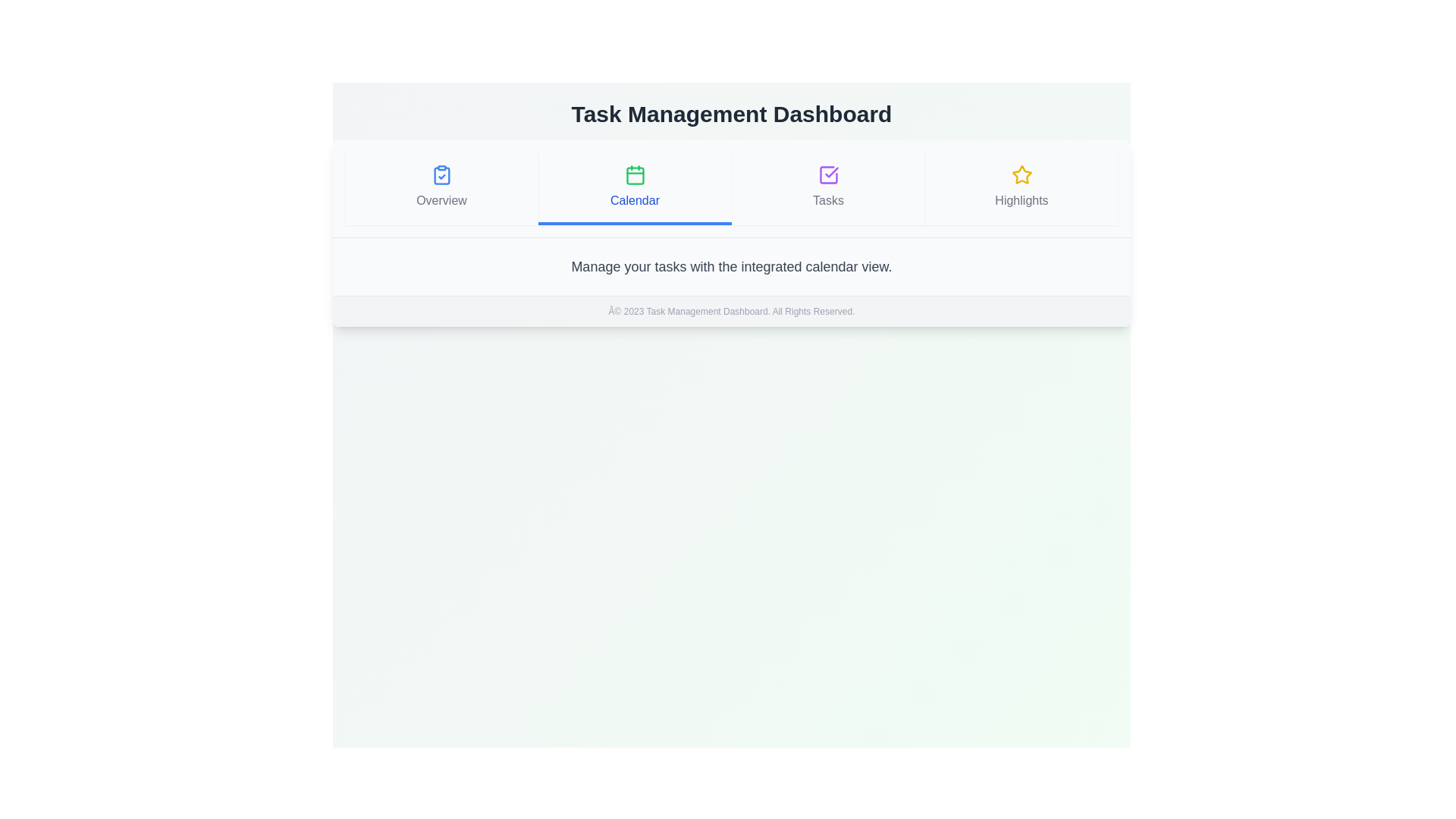 This screenshot has width=1456, height=819. What do you see at coordinates (635, 174) in the screenshot?
I see `the Calendar Icon located in the center of the Calendar section, which is the second segment of the horizontal navigation bar, directly below 'Task Management Dashboard'` at bounding box center [635, 174].